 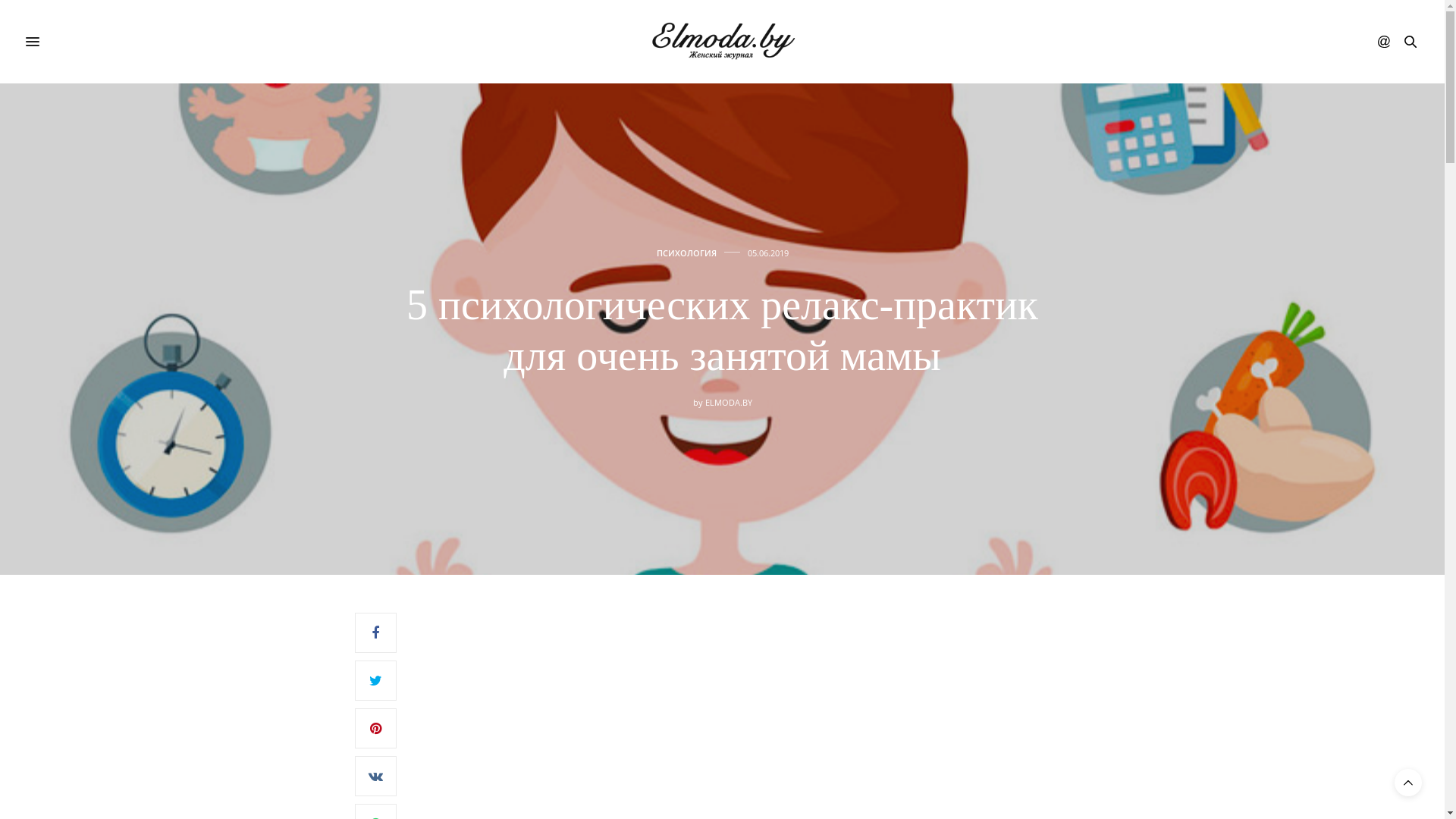 I want to click on 'Scroll To Top', so click(x=1407, y=783).